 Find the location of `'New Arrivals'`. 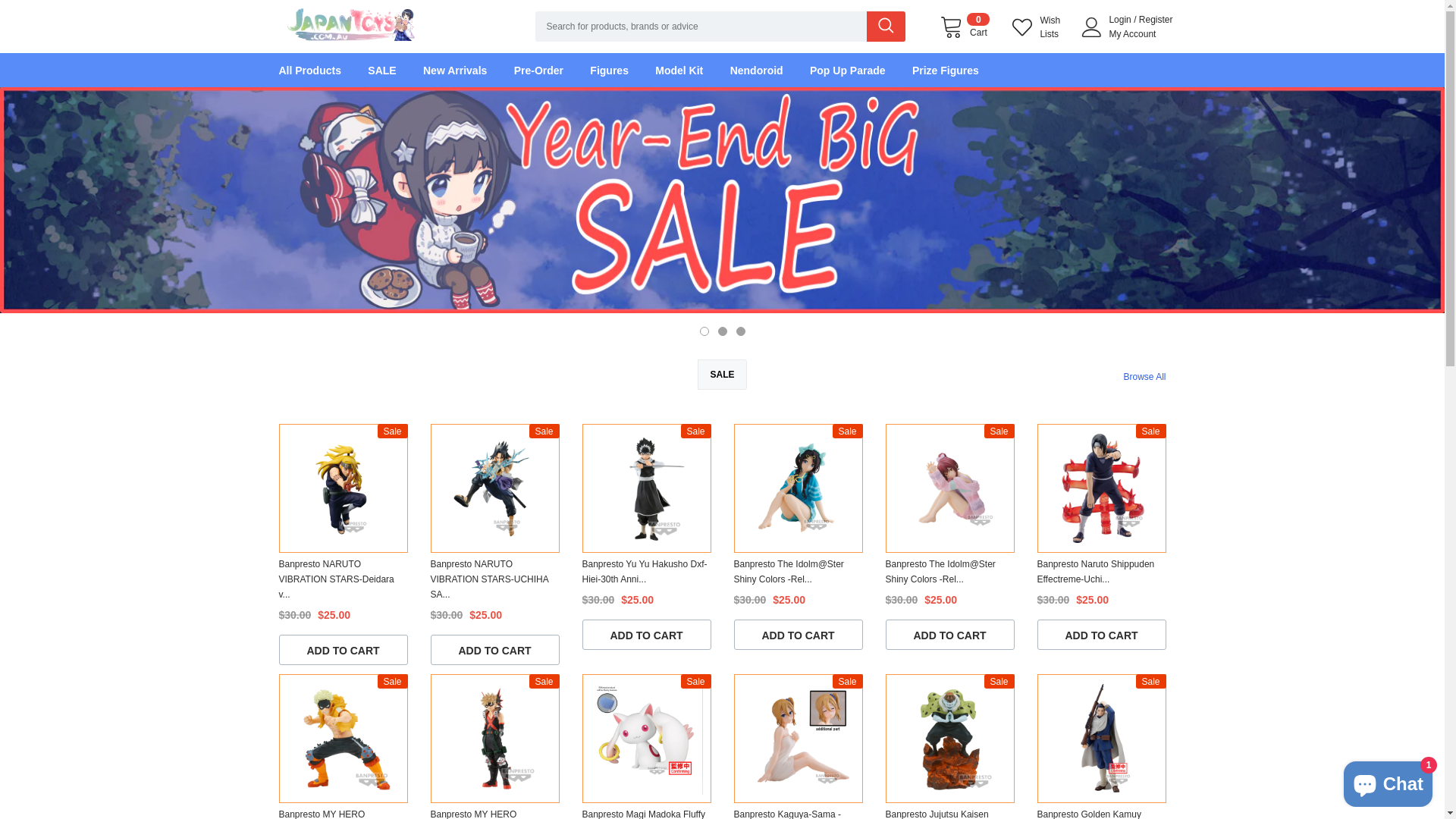

'New Arrivals' is located at coordinates (466, 70).